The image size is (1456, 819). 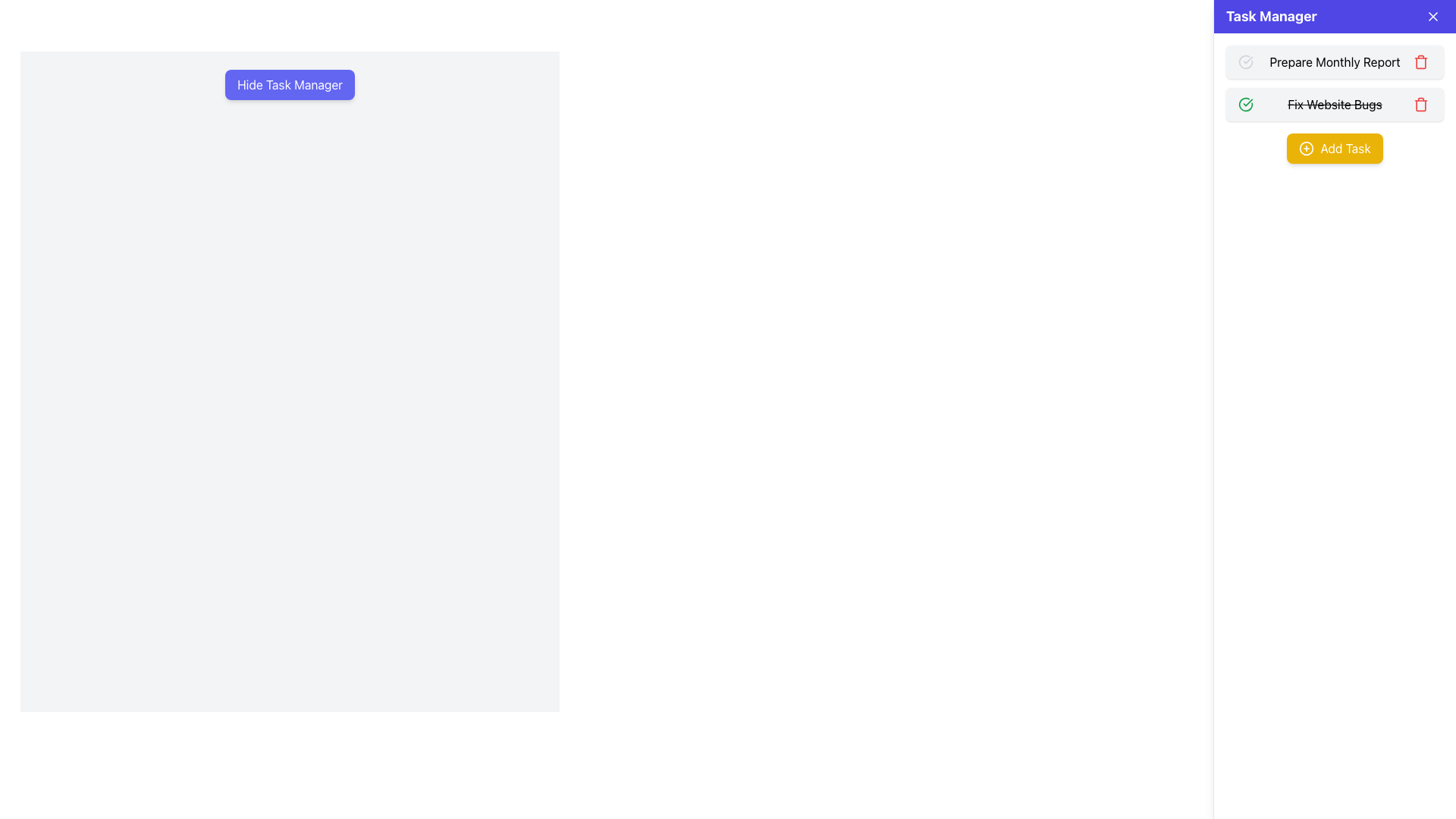 I want to click on the small red trash can button located on the right side of the 'Fix Website Bugs' task, so click(x=1420, y=104).